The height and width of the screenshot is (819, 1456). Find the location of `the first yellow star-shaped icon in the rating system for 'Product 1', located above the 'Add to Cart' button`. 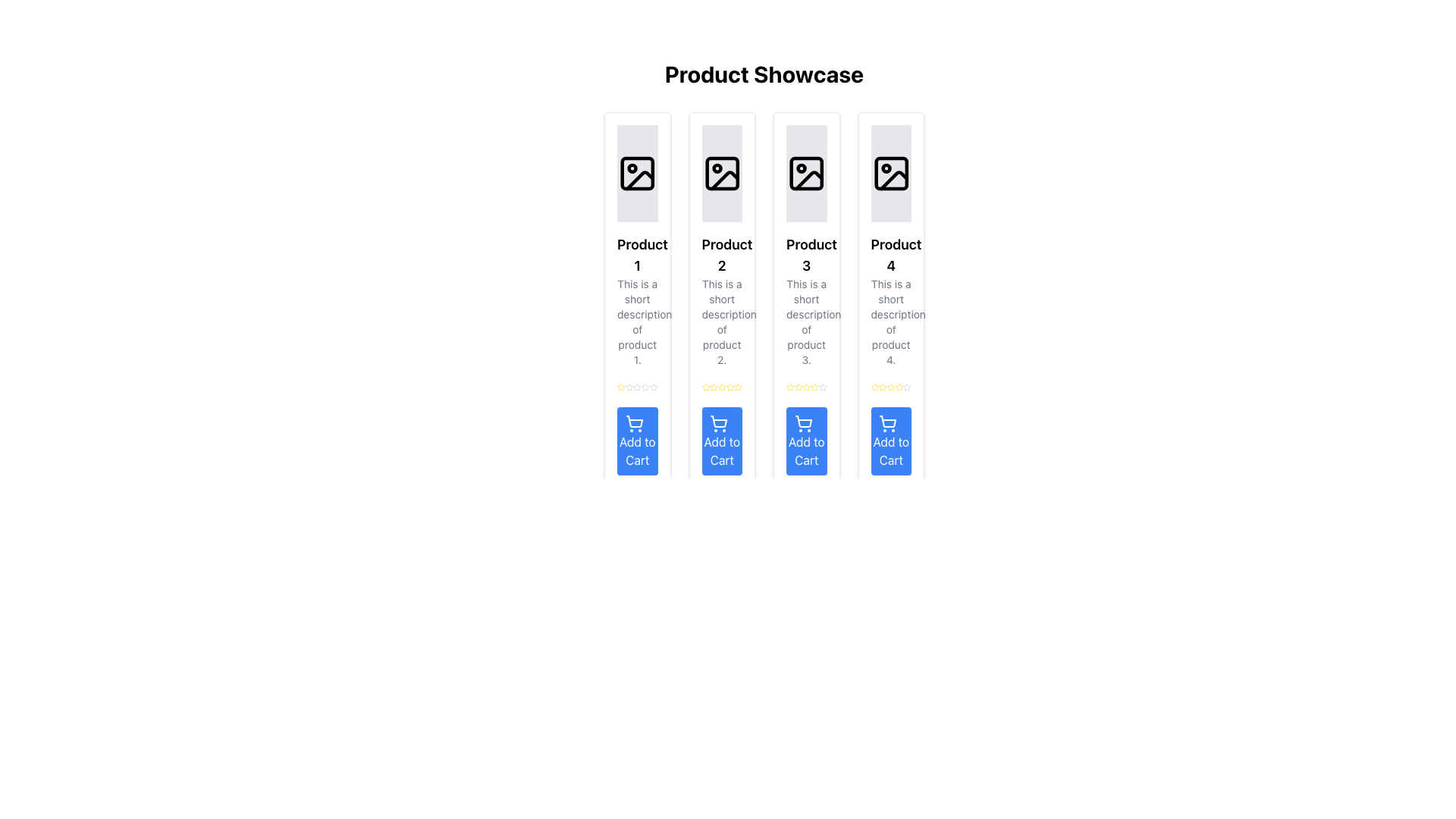

the first yellow star-shaped icon in the rating system for 'Product 1', located above the 'Add to Cart' button is located at coordinates (621, 386).